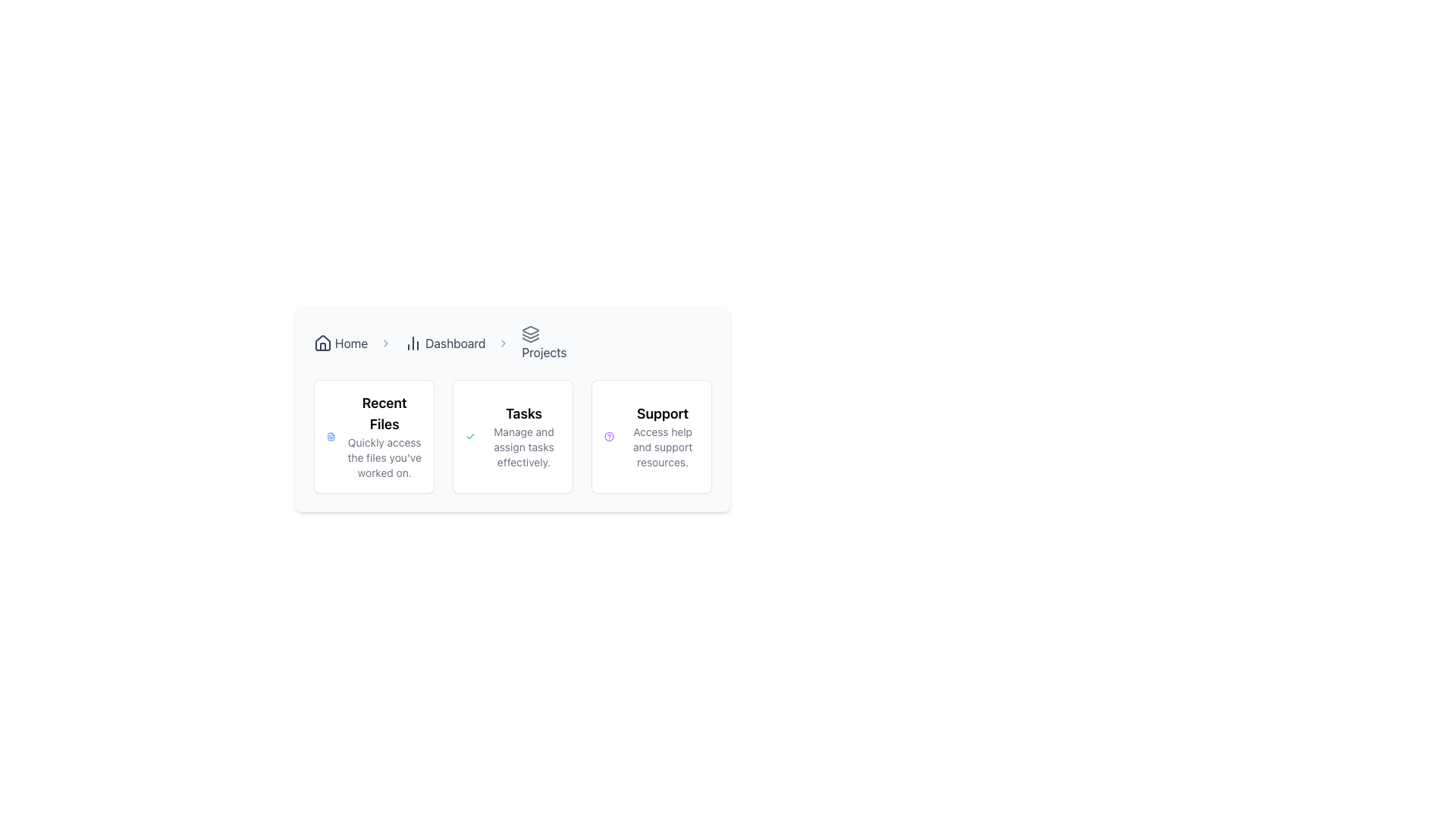  I want to click on the 'Recent Files' text block element, which features a bold heading and a lighter description, so click(384, 436).